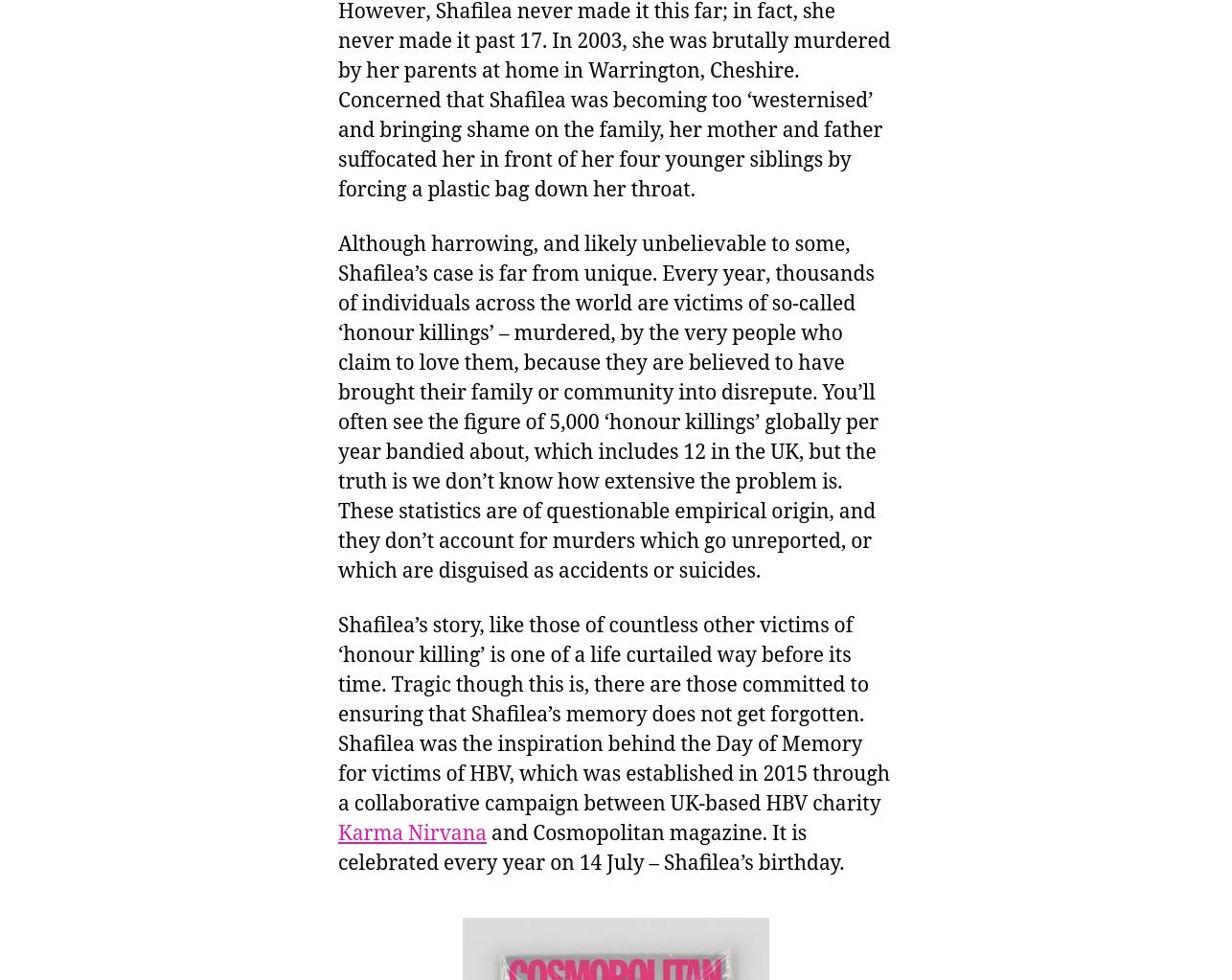 Image resolution: width=1232 pixels, height=980 pixels. I want to click on 'The Ahmed Iqbal Ullah Race Relations Resource Centre is an open access library specialising in the study of race, ethnicity and migration. Part of the University of Manchester and based at Manchester Central Library.', so click(331, 209).